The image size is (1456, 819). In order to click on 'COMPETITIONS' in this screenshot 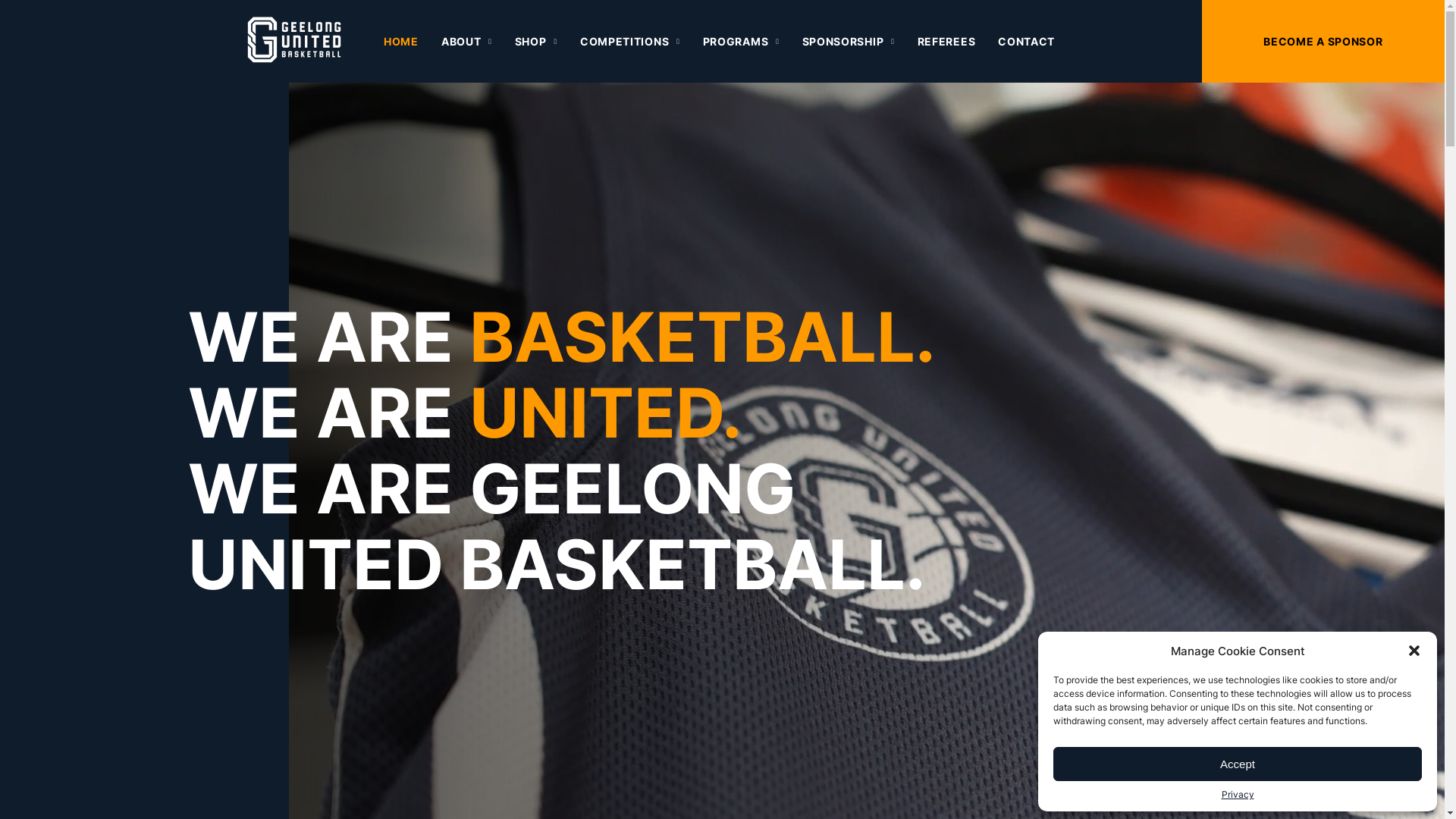, I will do `click(629, 40)`.